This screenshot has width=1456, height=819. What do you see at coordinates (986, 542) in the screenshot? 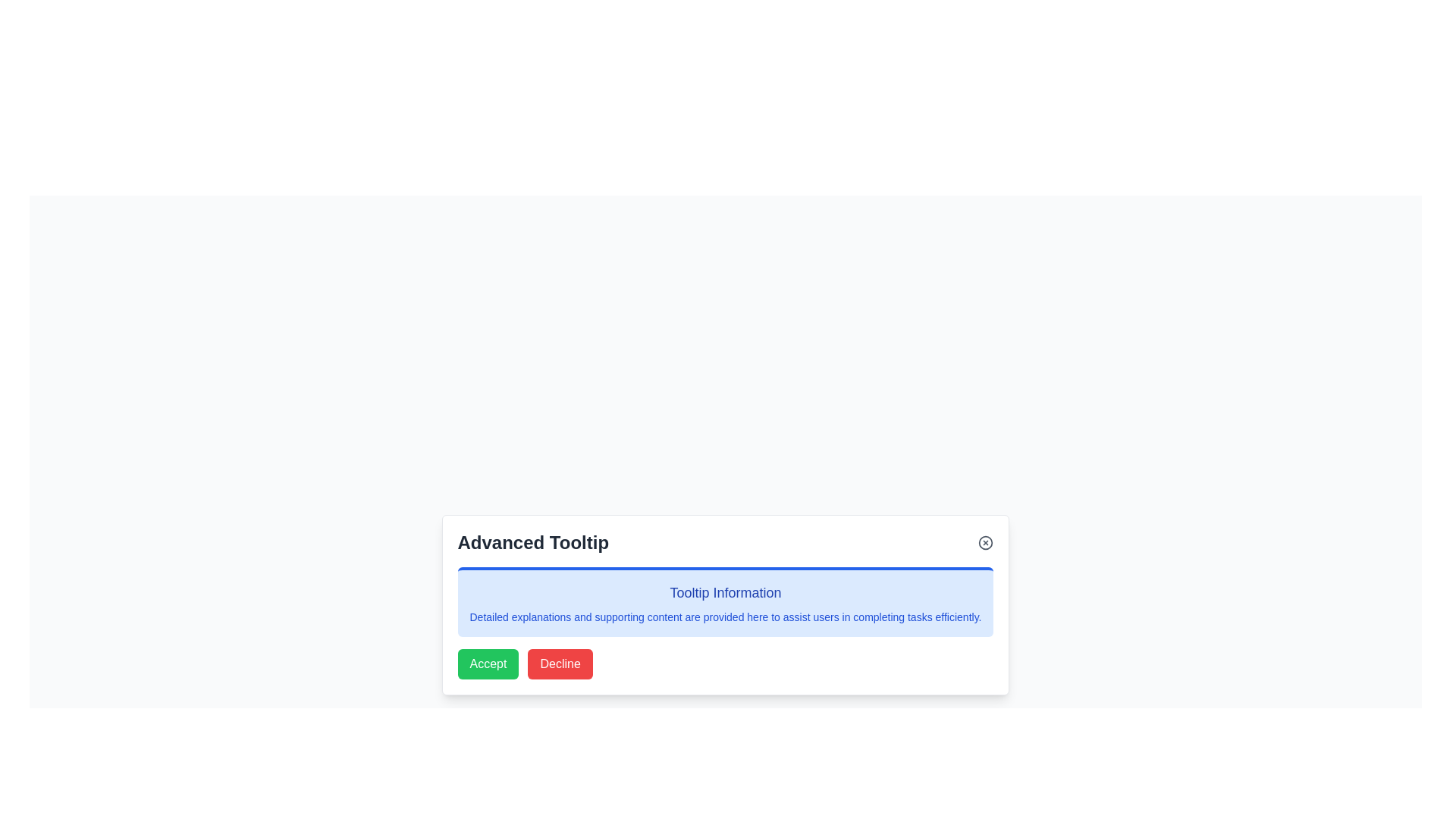
I see `the SVG Circle located in the top-right corner of the tooltip modal that is part of the close button icon` at bounding box center [986, 542].